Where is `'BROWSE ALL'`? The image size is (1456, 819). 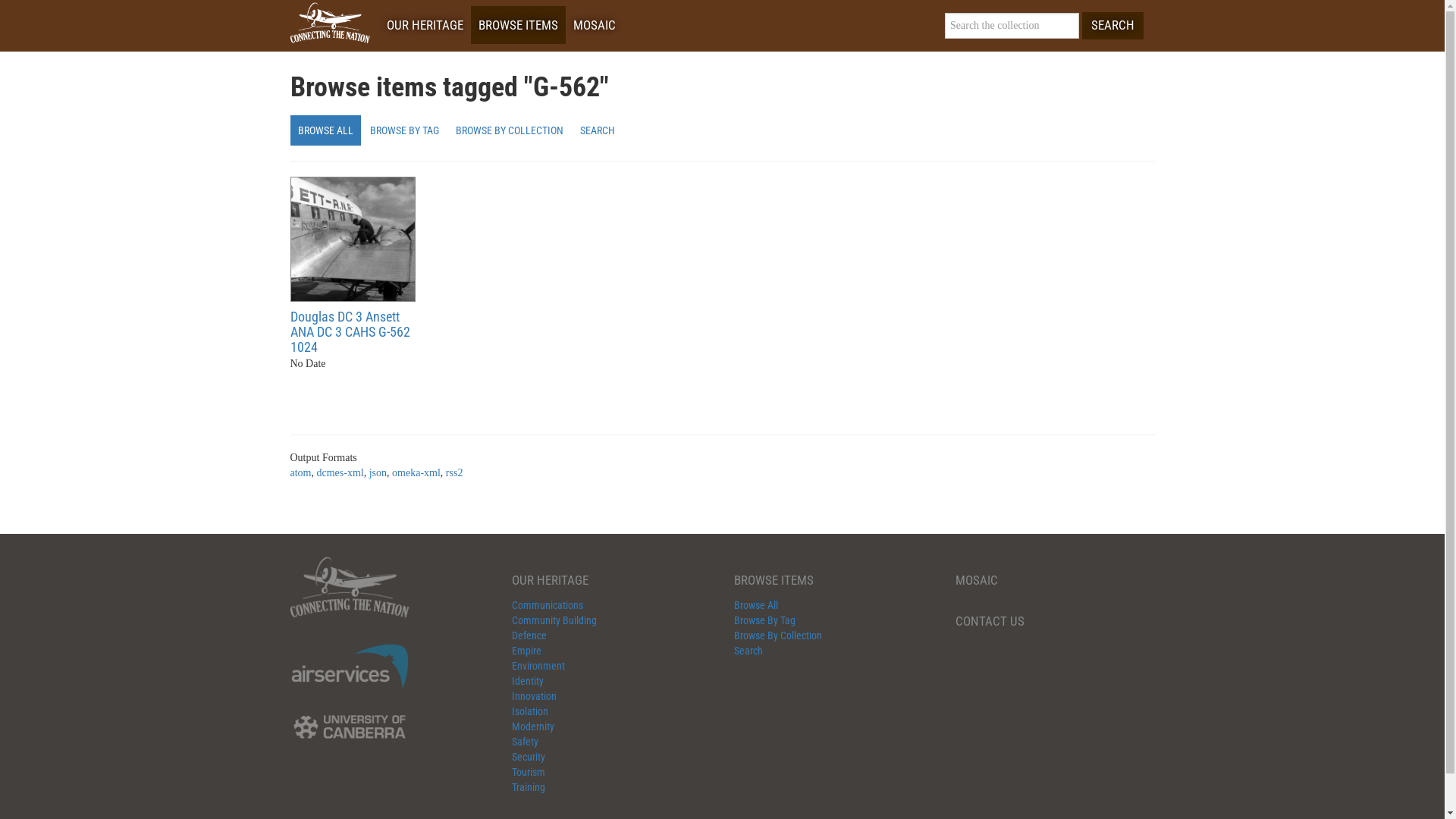
'BROWSE ALL' is located at coordinates (324, 130).